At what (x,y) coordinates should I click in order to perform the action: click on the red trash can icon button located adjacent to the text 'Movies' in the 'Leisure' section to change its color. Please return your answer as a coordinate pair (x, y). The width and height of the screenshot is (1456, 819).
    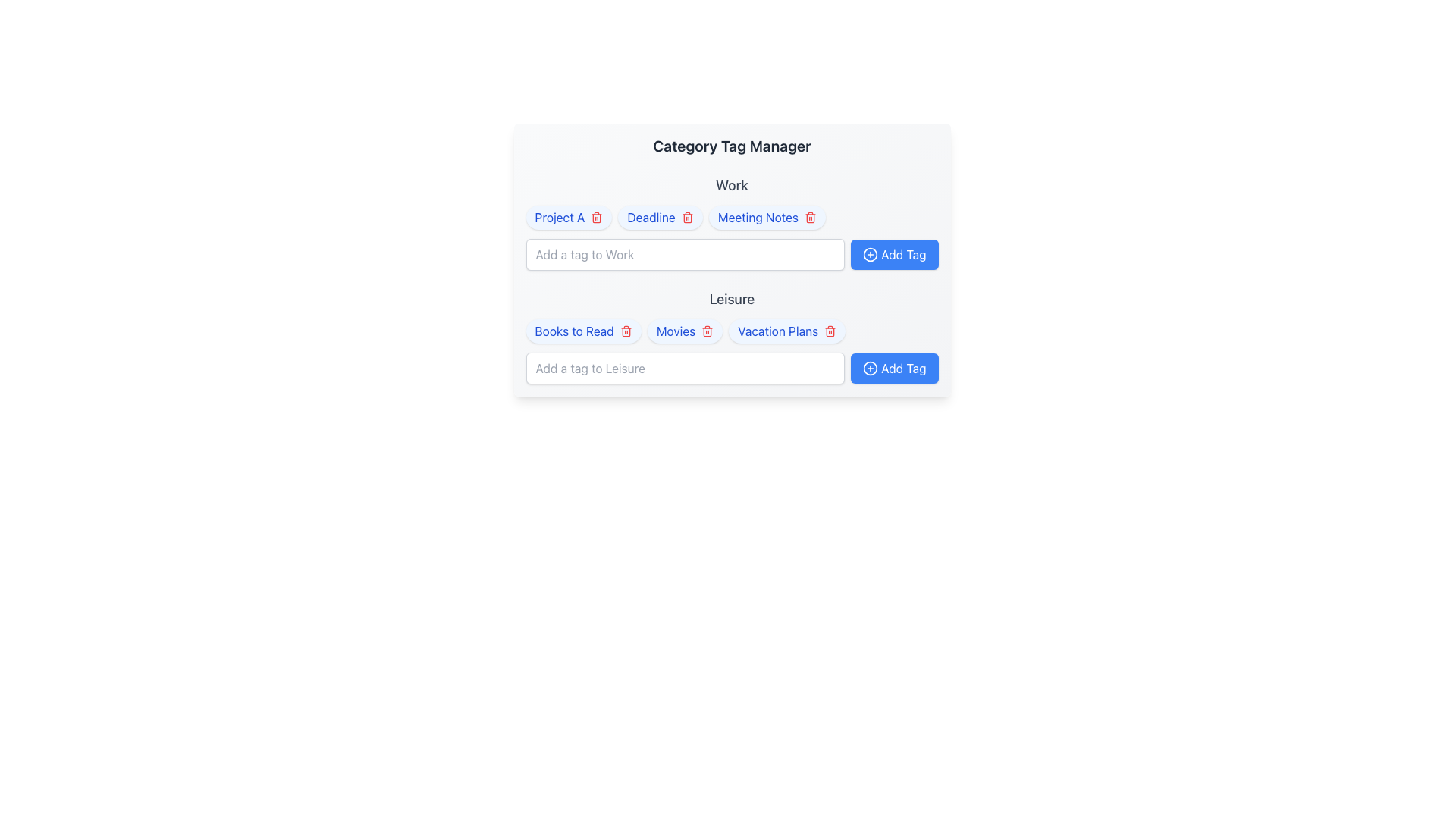
    Looking at the image, I should click on (707, 330).